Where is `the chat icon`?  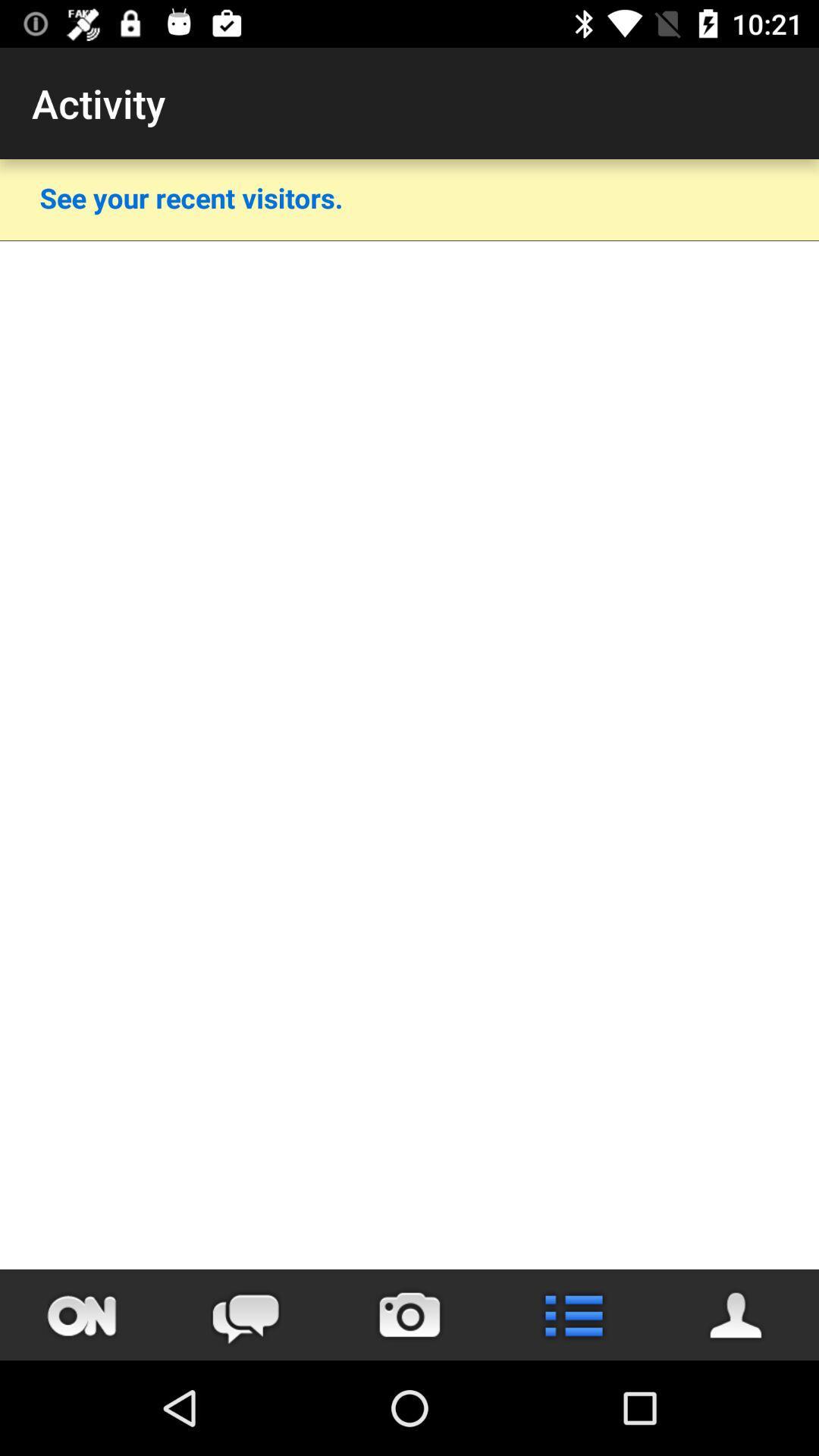 the chat icon is located at coordinates (245, 1314).